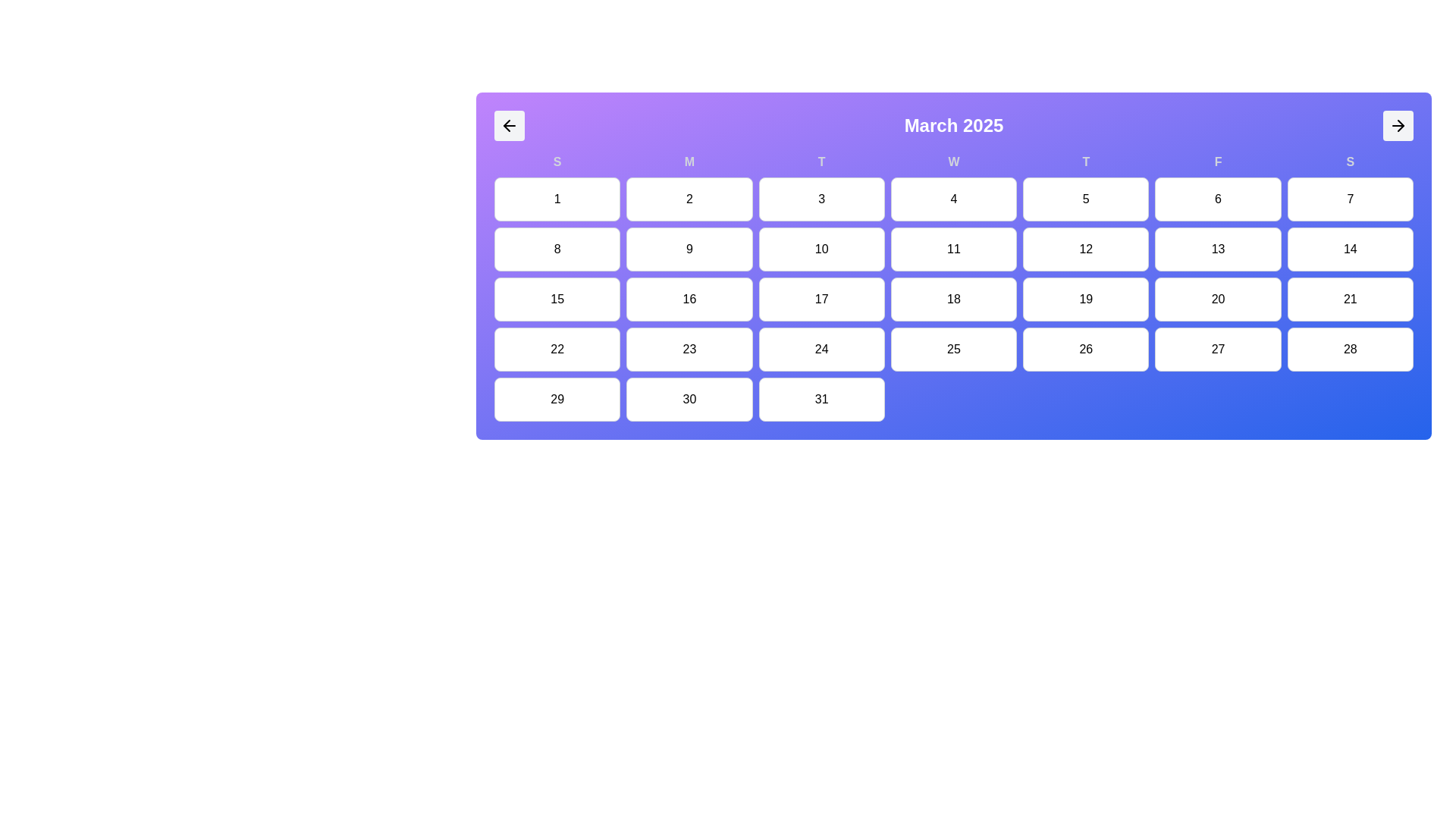  What do you see at coordinates (952, 299) in the screenshot?
I see `the static calendar date tile displaying the 18th of March 2025, located in the fourth column of the third row` at bounding box center [952, 299].